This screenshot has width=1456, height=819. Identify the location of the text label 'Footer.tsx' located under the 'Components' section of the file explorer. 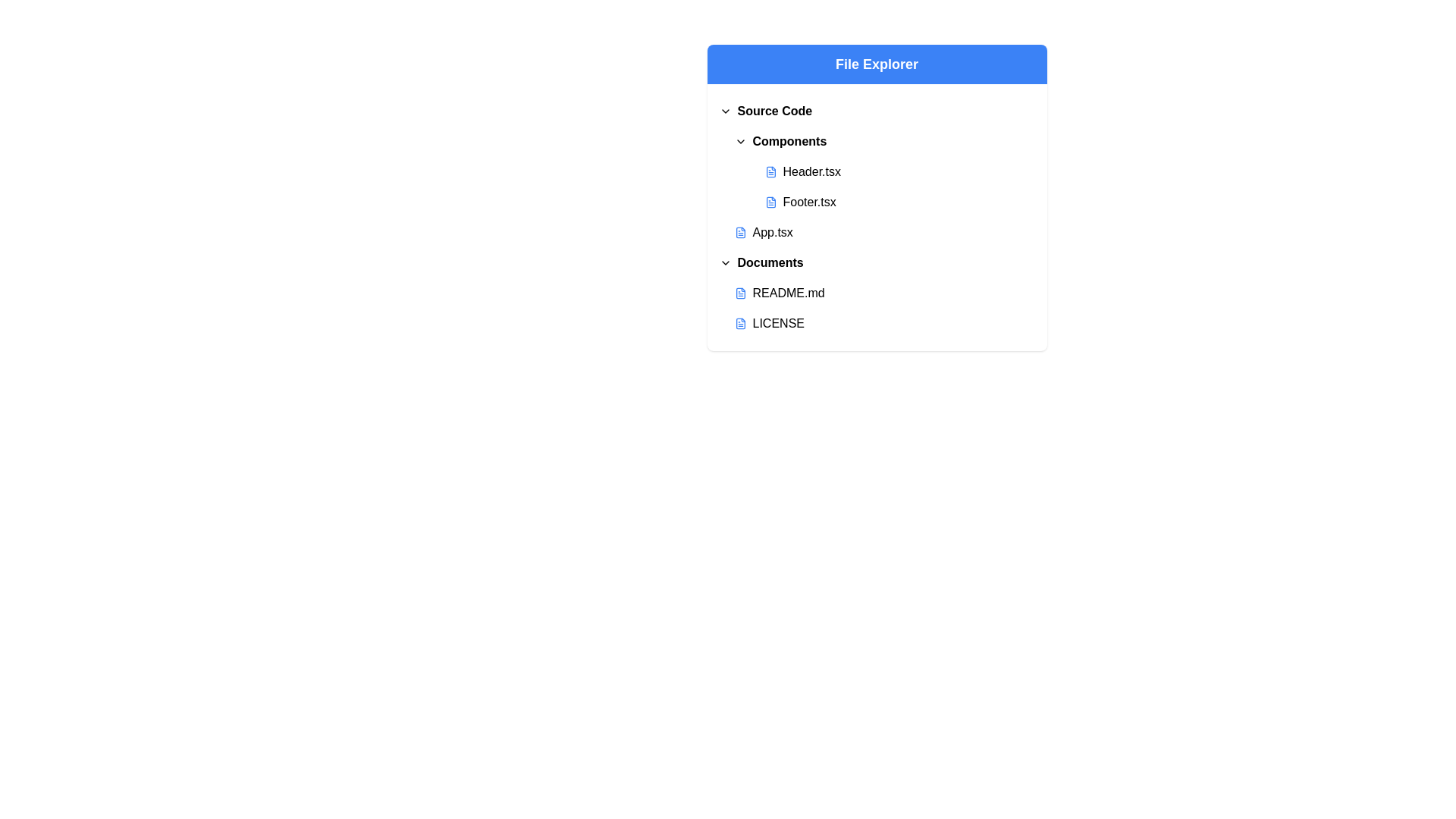
(808, 201).